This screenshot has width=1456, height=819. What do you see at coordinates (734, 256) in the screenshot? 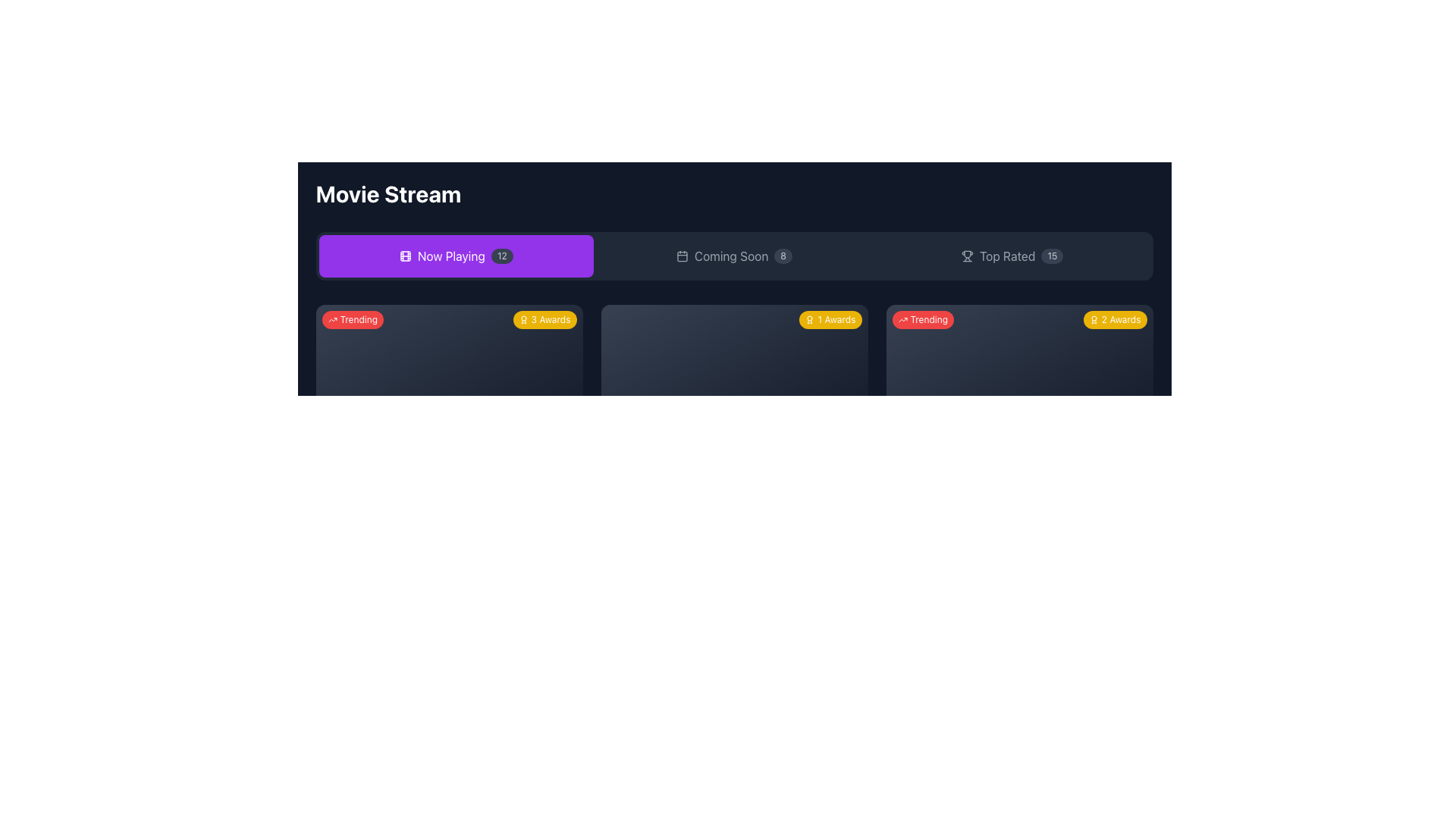
I see `the 'Coming Soon' button, the middle button of three horizontal buttons` at bounding box center [734, 256].